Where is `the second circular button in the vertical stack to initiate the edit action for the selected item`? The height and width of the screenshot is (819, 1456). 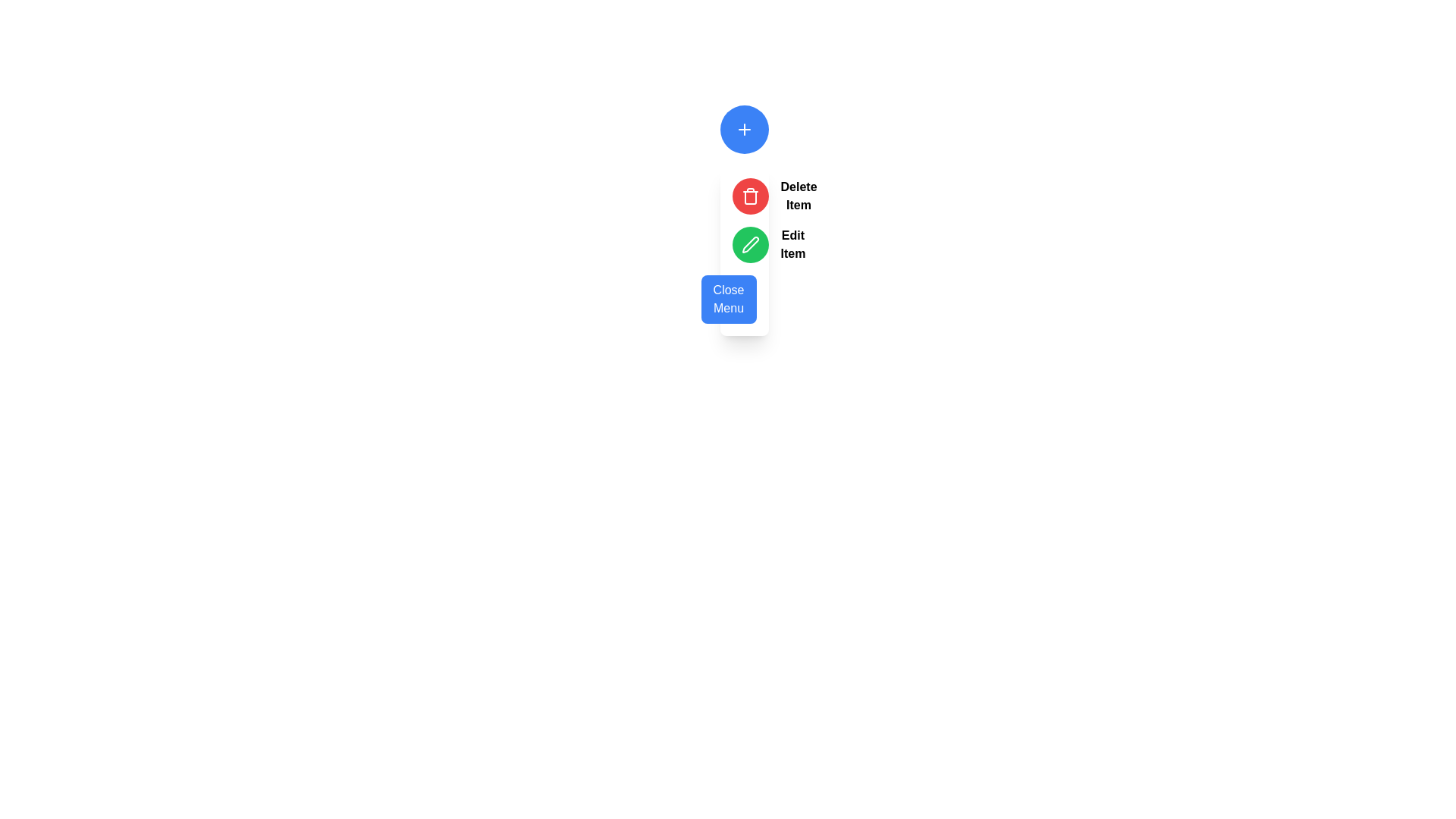
the second circular button in the vertical stack to initiate the edit action for the selected item is located at coordinates (750, 244).